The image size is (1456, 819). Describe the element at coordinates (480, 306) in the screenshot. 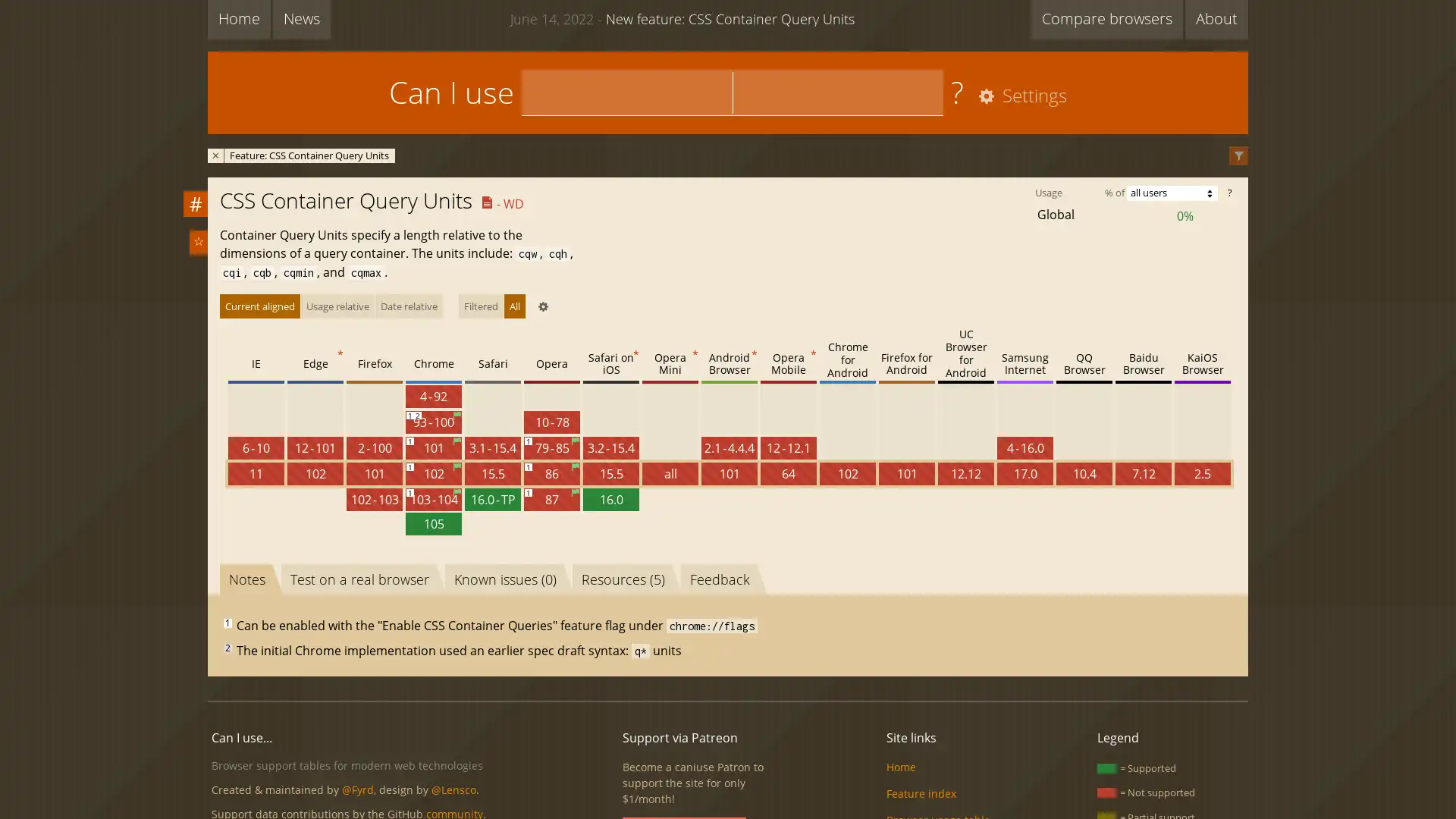

I see `Filtered` at that location.